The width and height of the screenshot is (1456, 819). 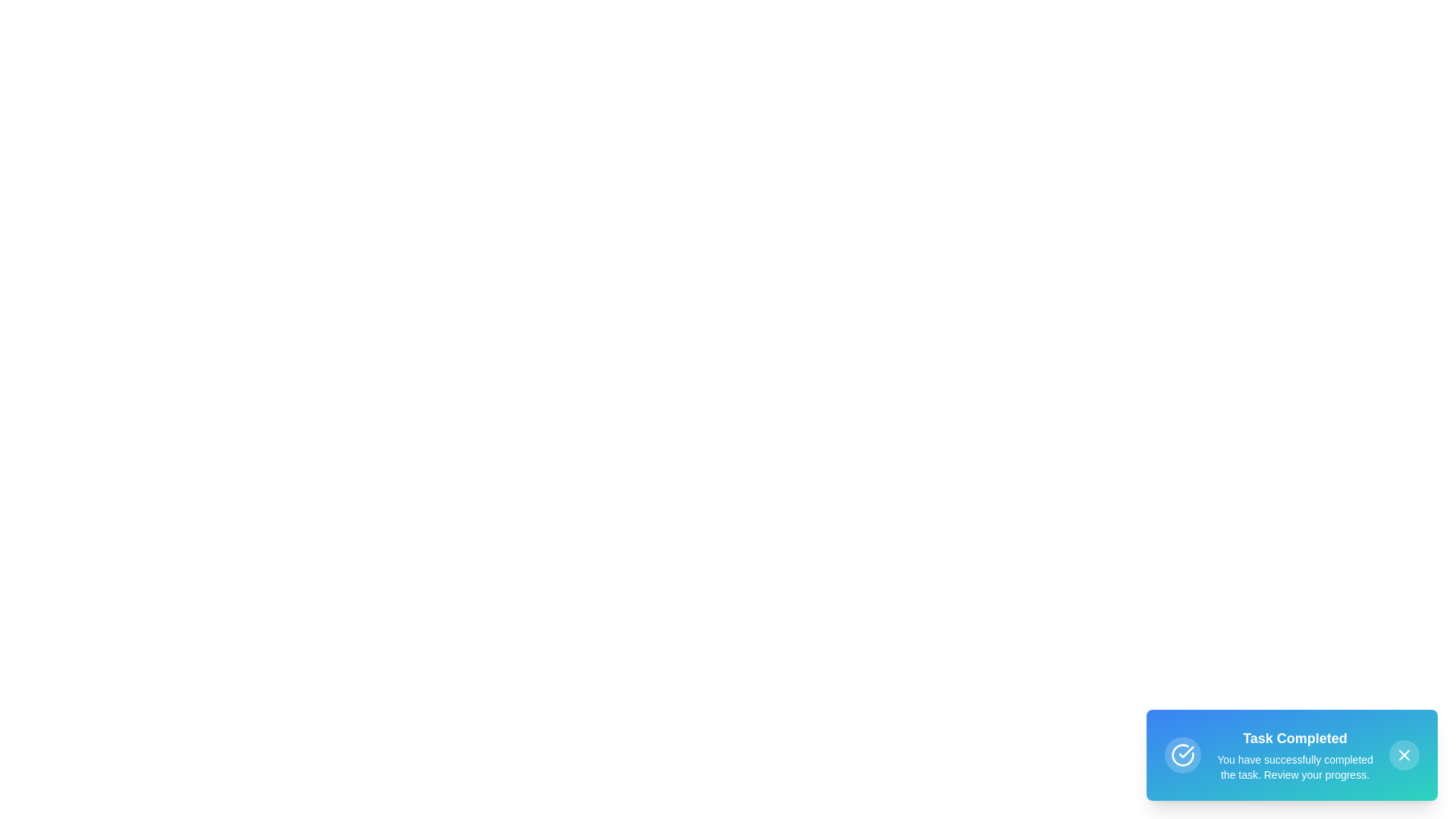 What do you see at coordinates (1404, 755) in the screenshot?
I see `the close vector icon located at the center of the circular button in the bottom-right corner of the interface` at bounding box center [1404, 755].